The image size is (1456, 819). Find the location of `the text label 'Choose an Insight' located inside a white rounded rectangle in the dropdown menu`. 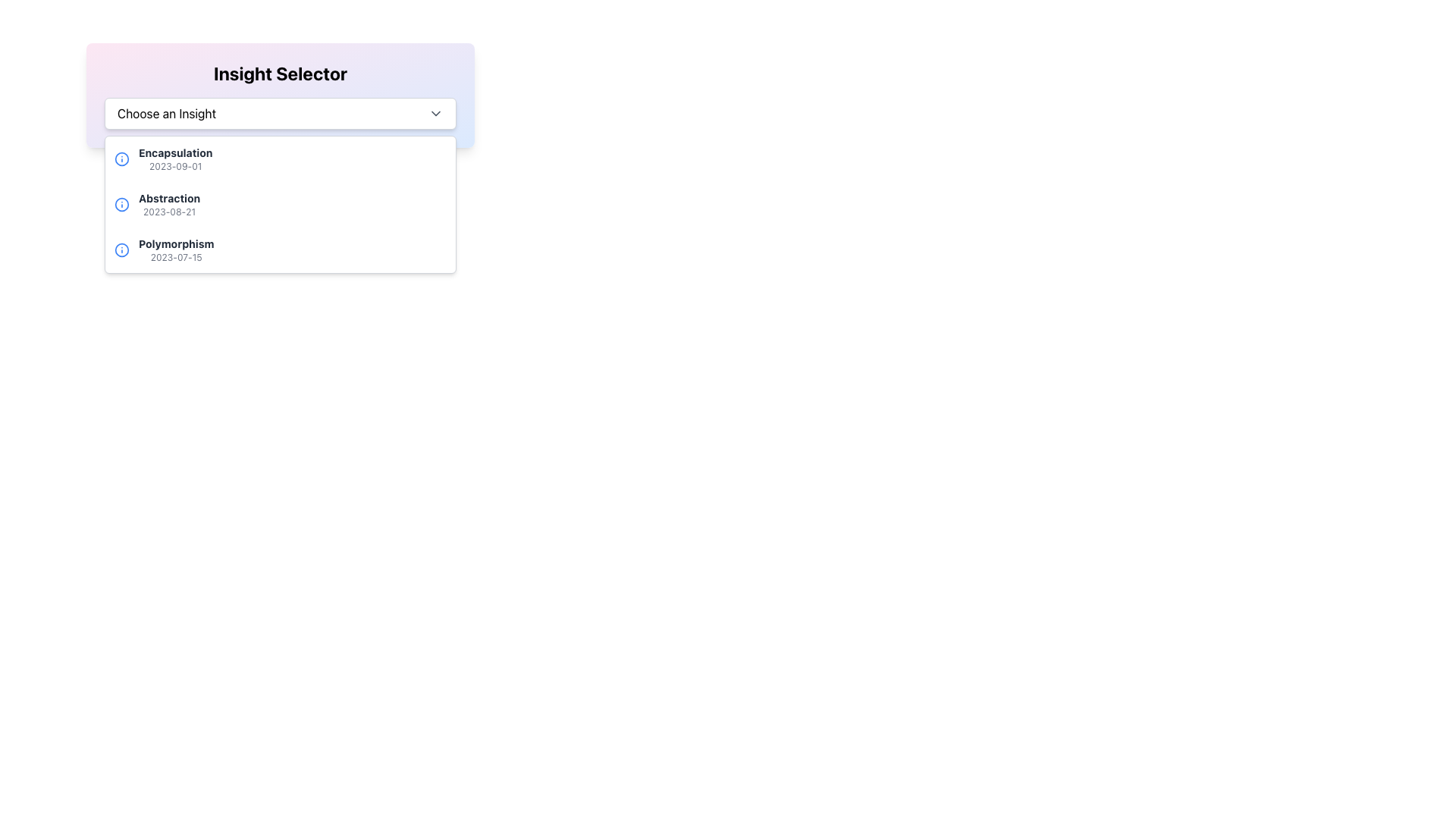

the text label 'Choose an Insight' located inside a white rounded rectangle in the dropdown menu is located at coordinates (167, 113).